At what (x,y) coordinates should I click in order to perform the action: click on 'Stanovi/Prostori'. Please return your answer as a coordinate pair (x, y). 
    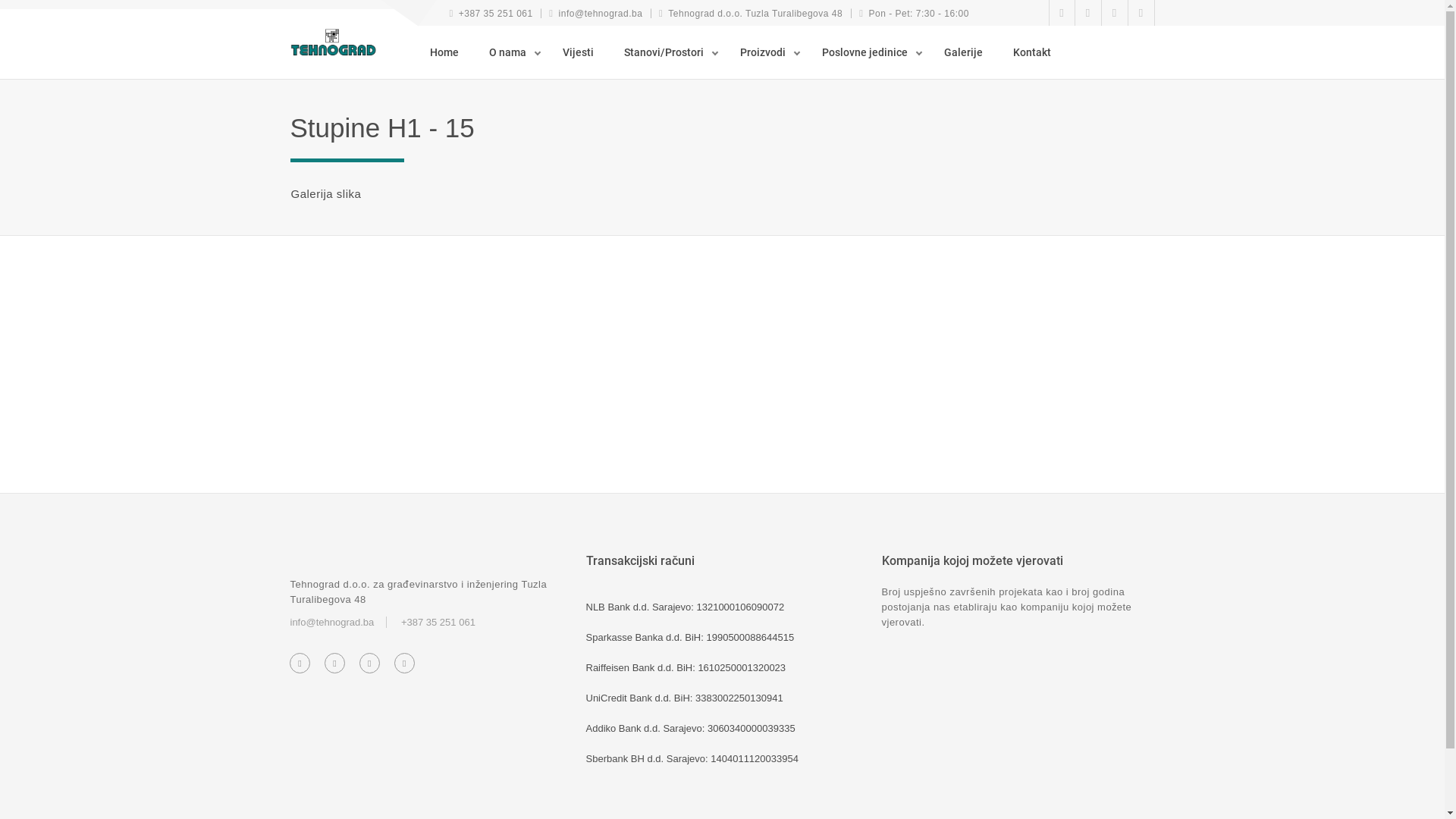
    Looking at the image, I should click on (612, 52).